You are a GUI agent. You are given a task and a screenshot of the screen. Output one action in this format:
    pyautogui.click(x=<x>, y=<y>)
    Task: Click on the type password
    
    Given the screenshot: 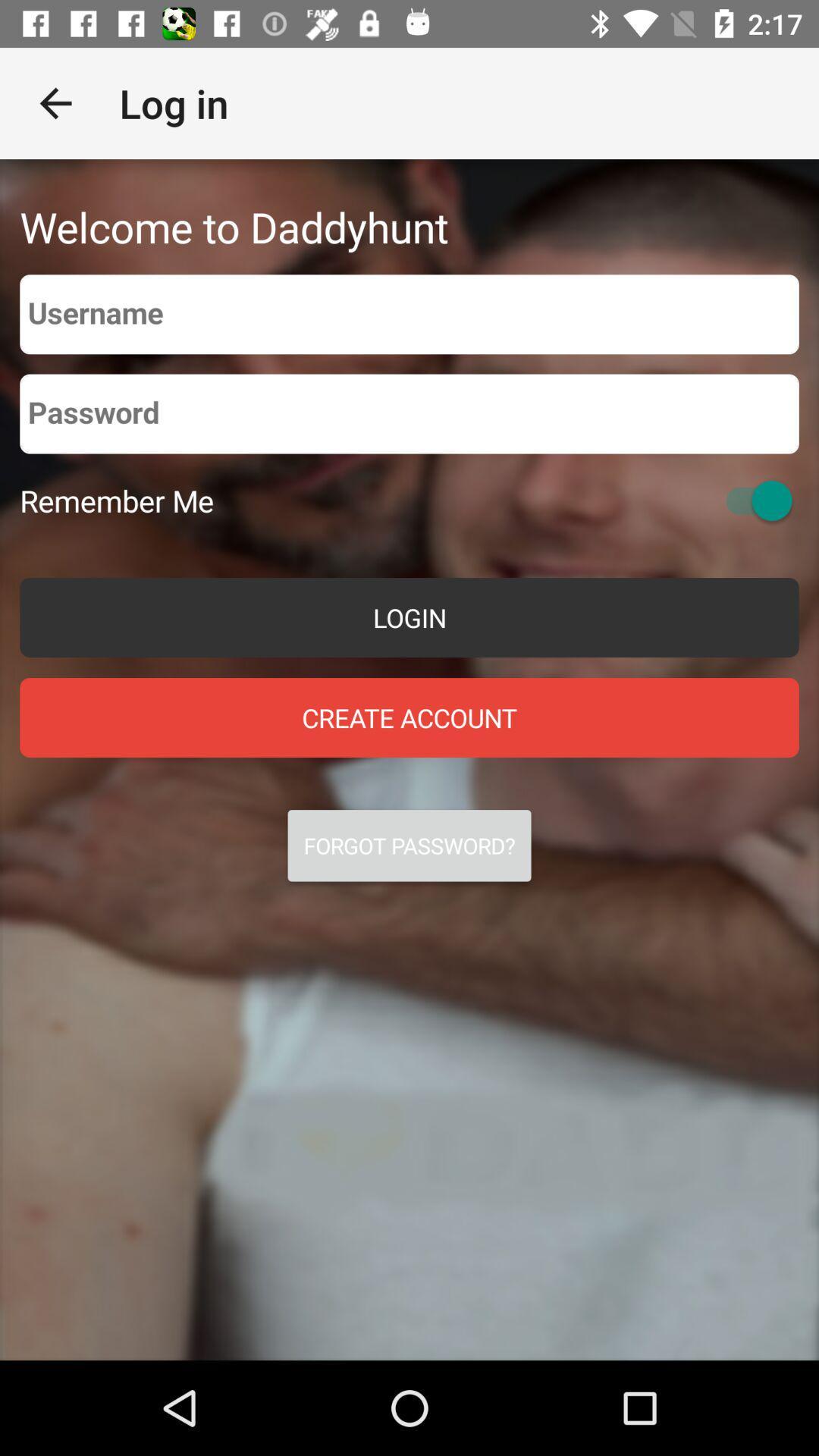 What is the action you would take?
    pyautogui.click(x=409, y=414)
    